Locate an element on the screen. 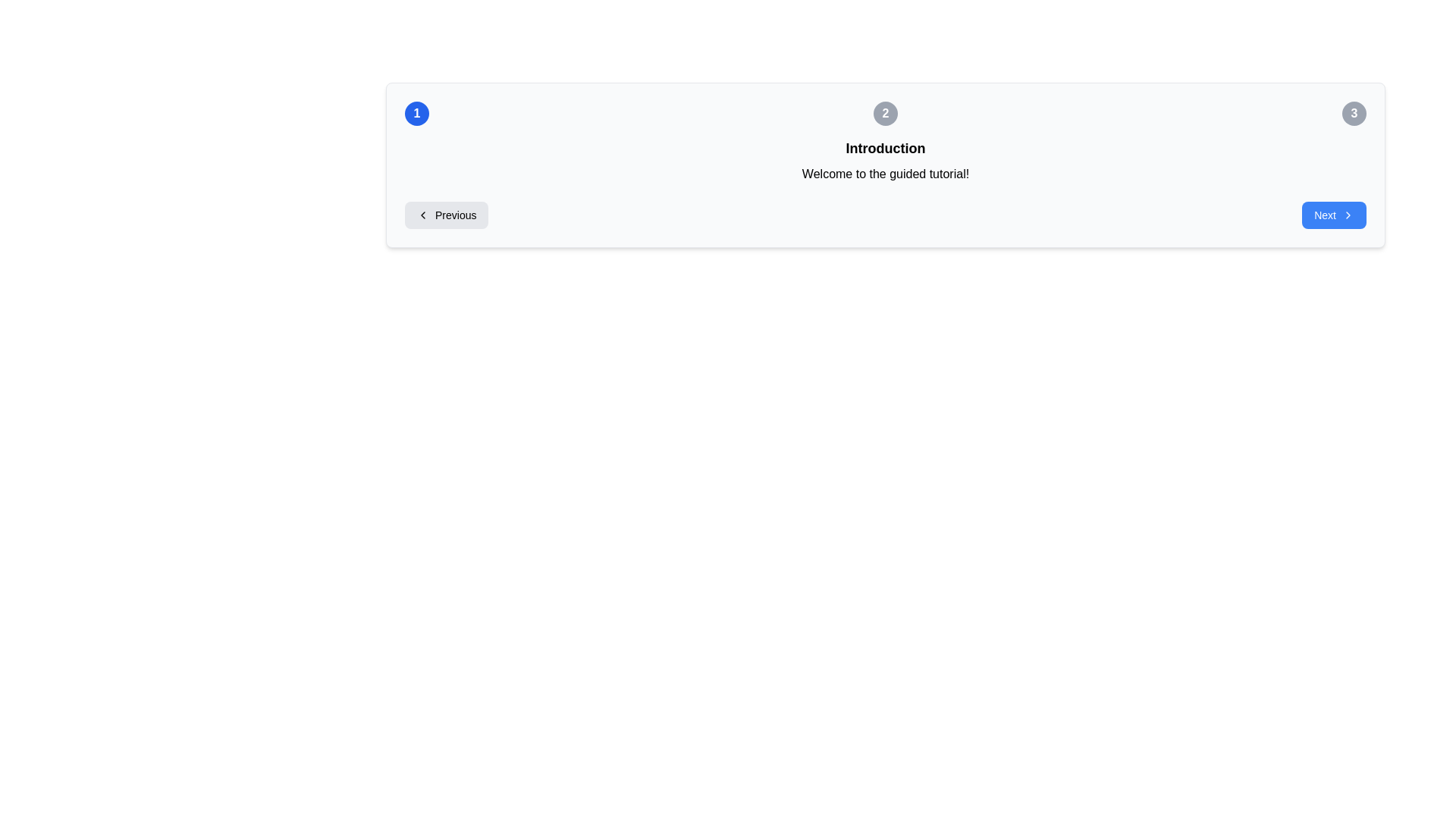  the leftmost circular button with a blue background and the white text '1' is located at coordinates (417, 113).